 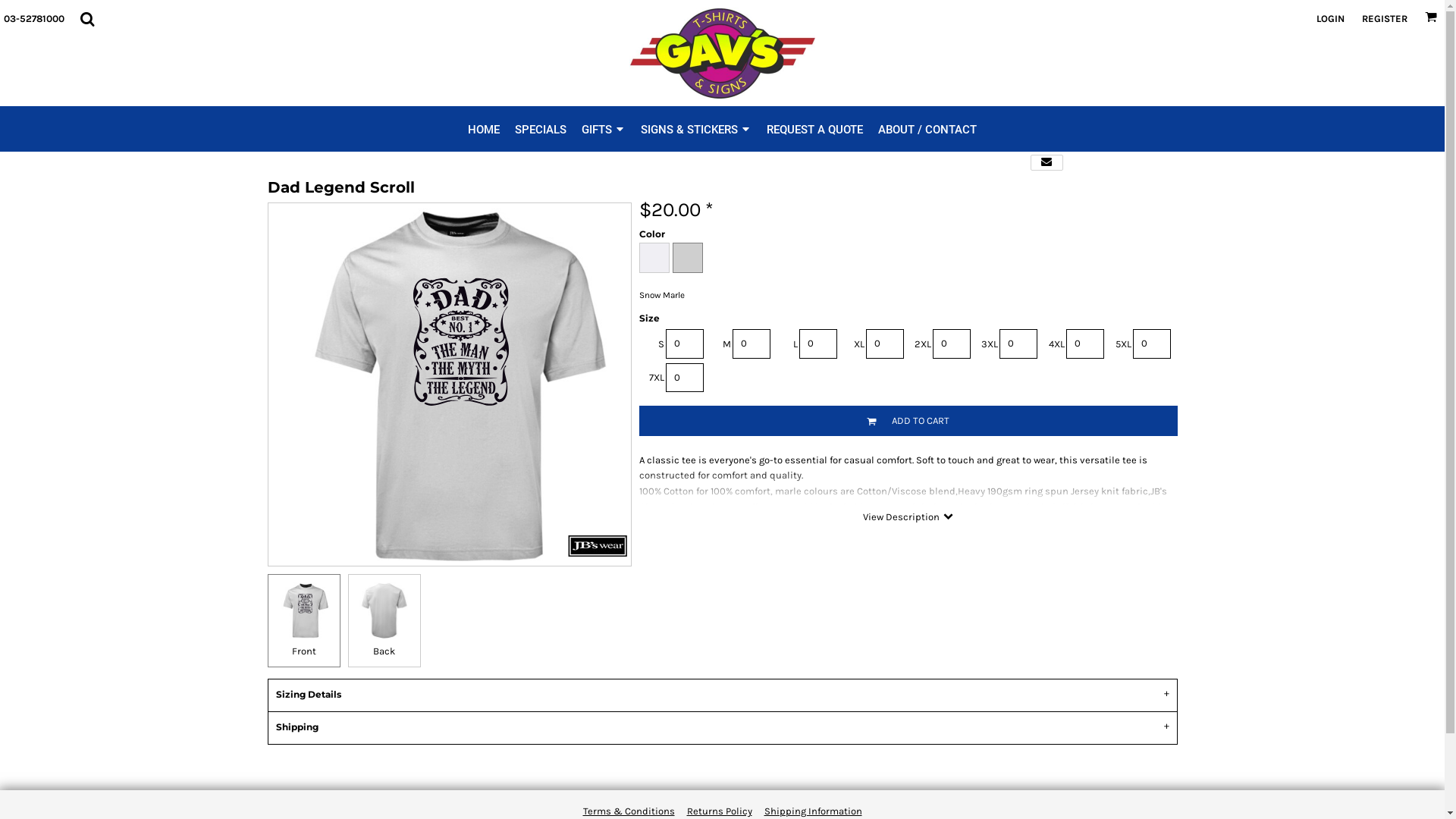 What do you see at coordinates (877, 127) in the screenshot?
I see `'ABOUT / CONTACT'` at bounding box center [877, 127].